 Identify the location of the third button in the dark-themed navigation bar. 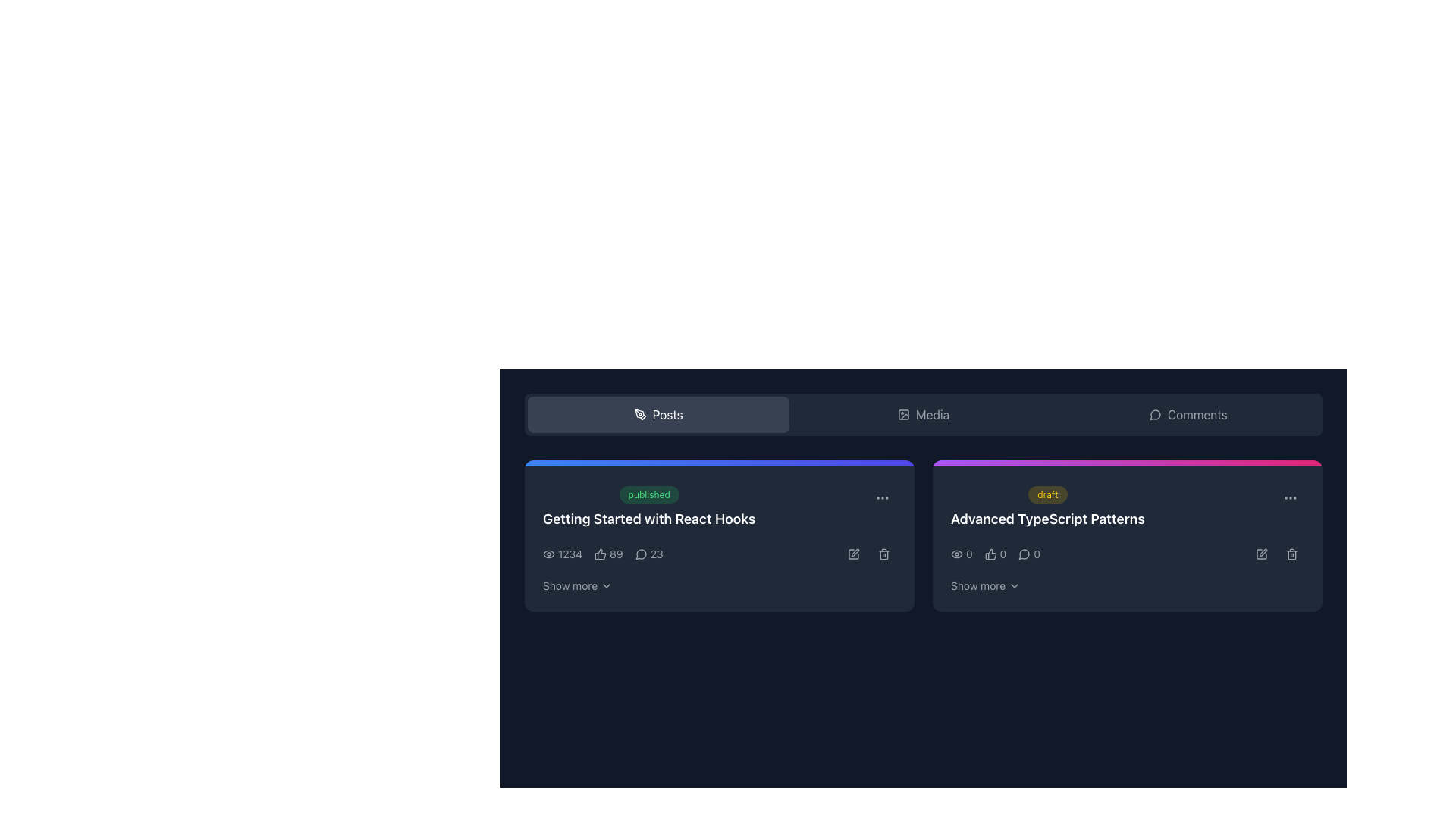
(1188, 415).